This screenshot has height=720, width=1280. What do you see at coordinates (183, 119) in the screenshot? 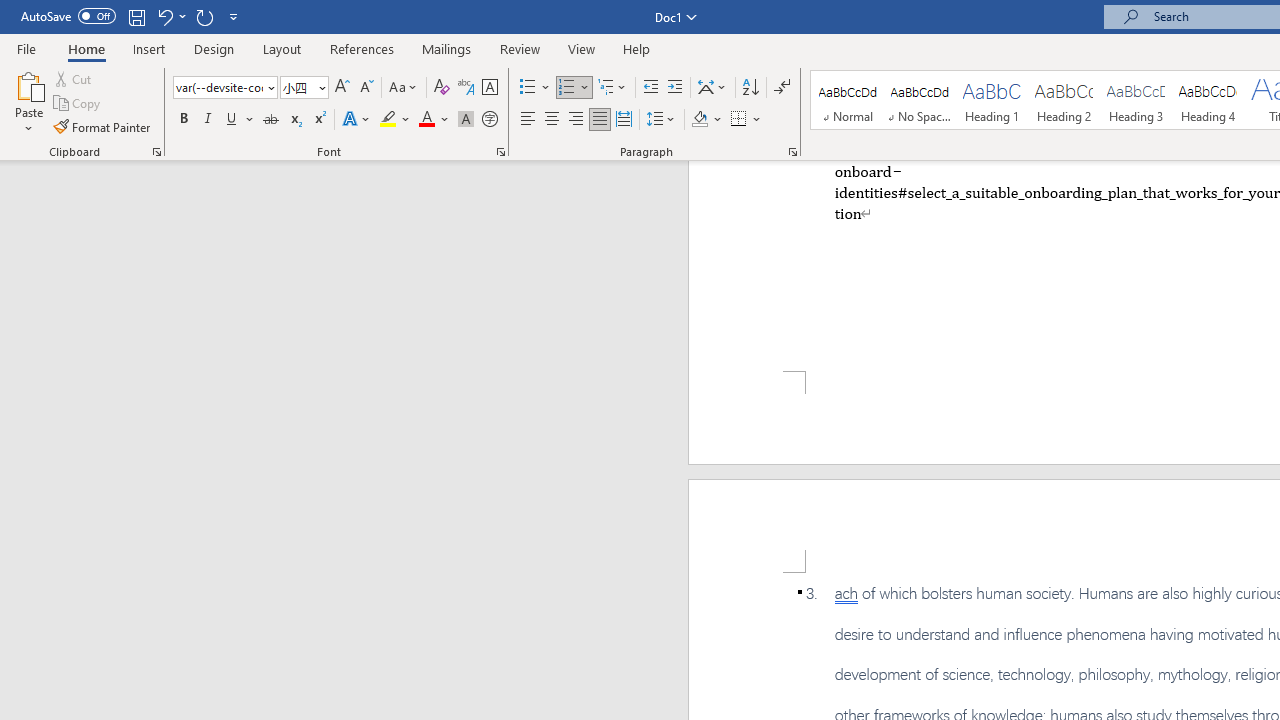
I see `'Bold'` at bounding box center [183, 119].